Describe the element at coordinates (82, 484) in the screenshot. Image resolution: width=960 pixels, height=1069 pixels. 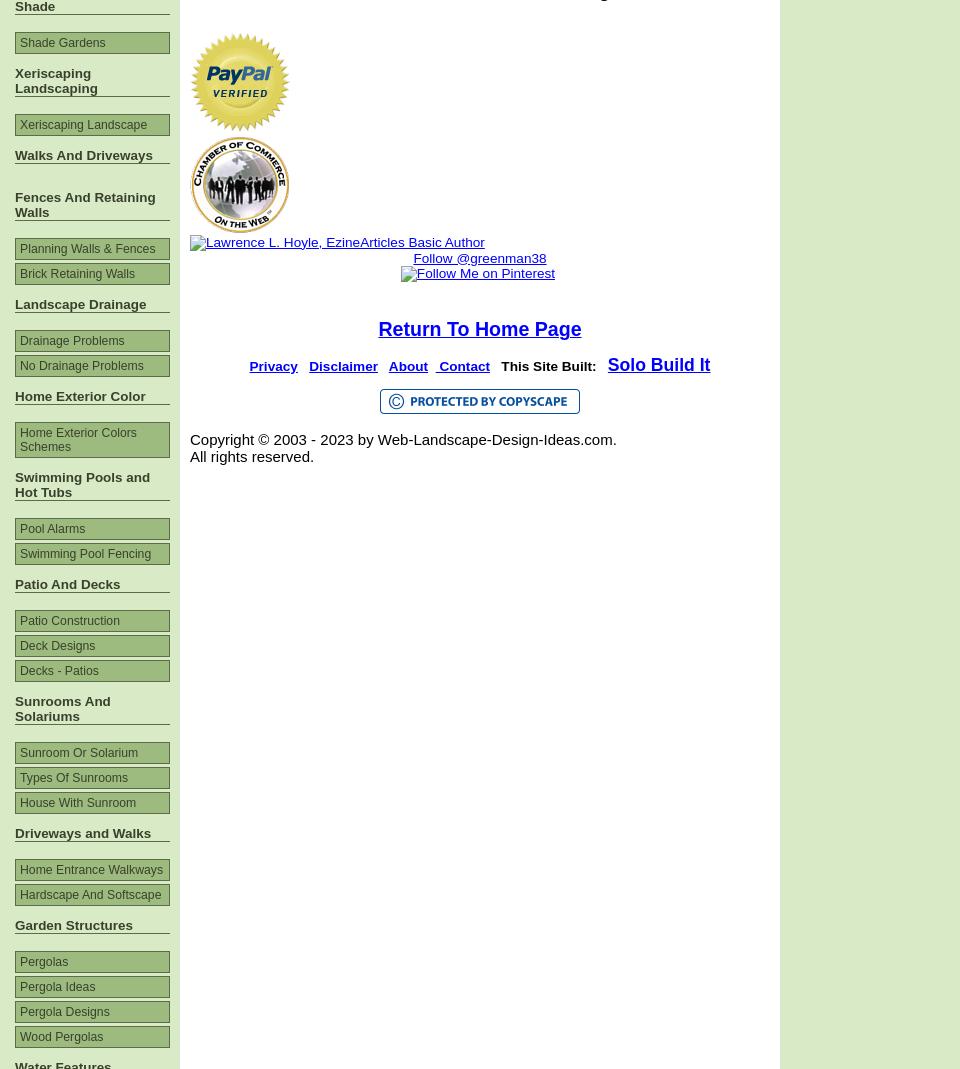
I see `'Swimming Pools and Hot Tubs'` at that location.